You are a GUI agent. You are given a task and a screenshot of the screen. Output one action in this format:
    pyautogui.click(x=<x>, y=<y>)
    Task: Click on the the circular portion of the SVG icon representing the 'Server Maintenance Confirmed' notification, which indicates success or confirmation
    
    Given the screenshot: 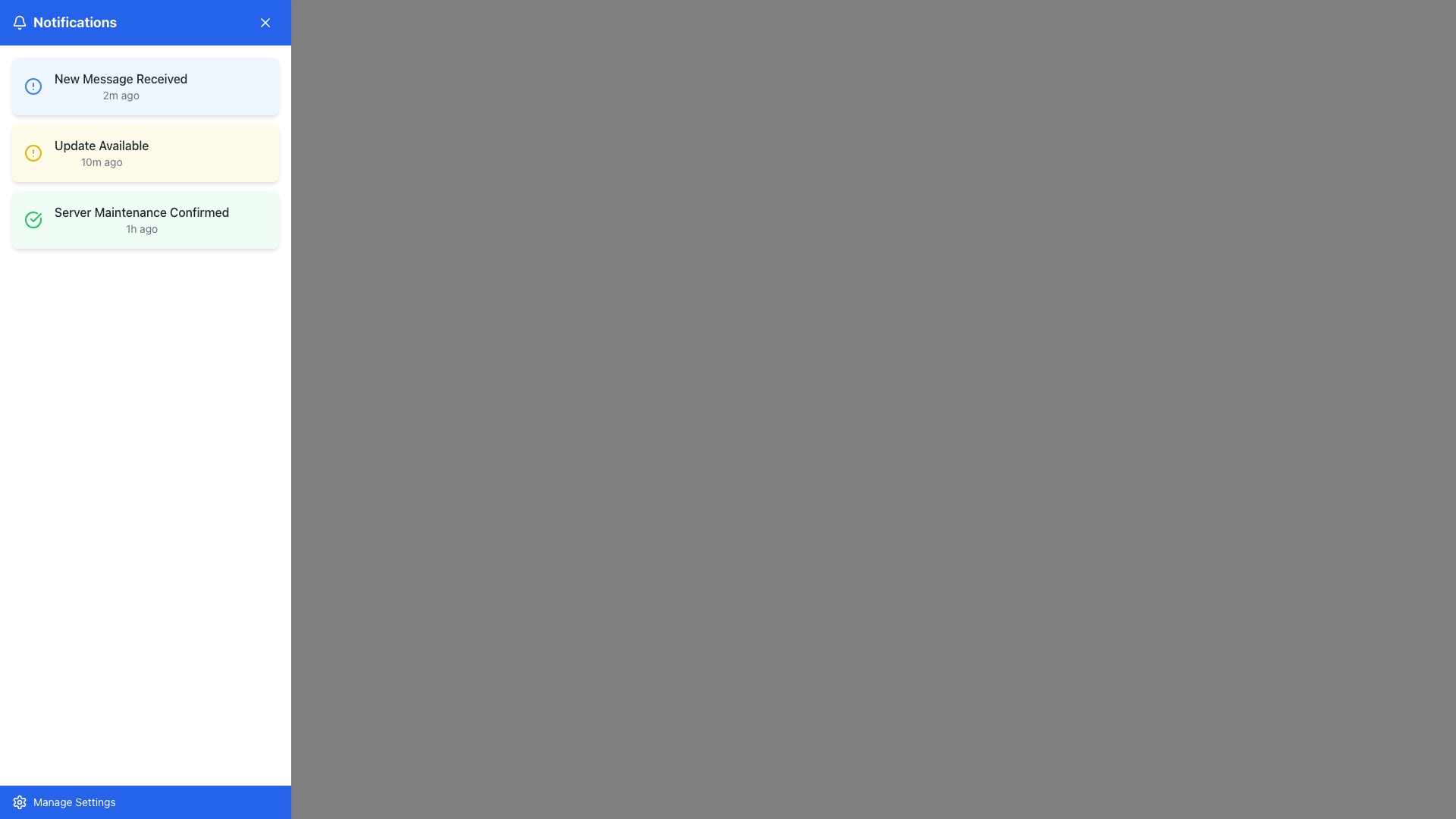 What is the action you would take?
    pyautogui.click(x=33, y=219)
    